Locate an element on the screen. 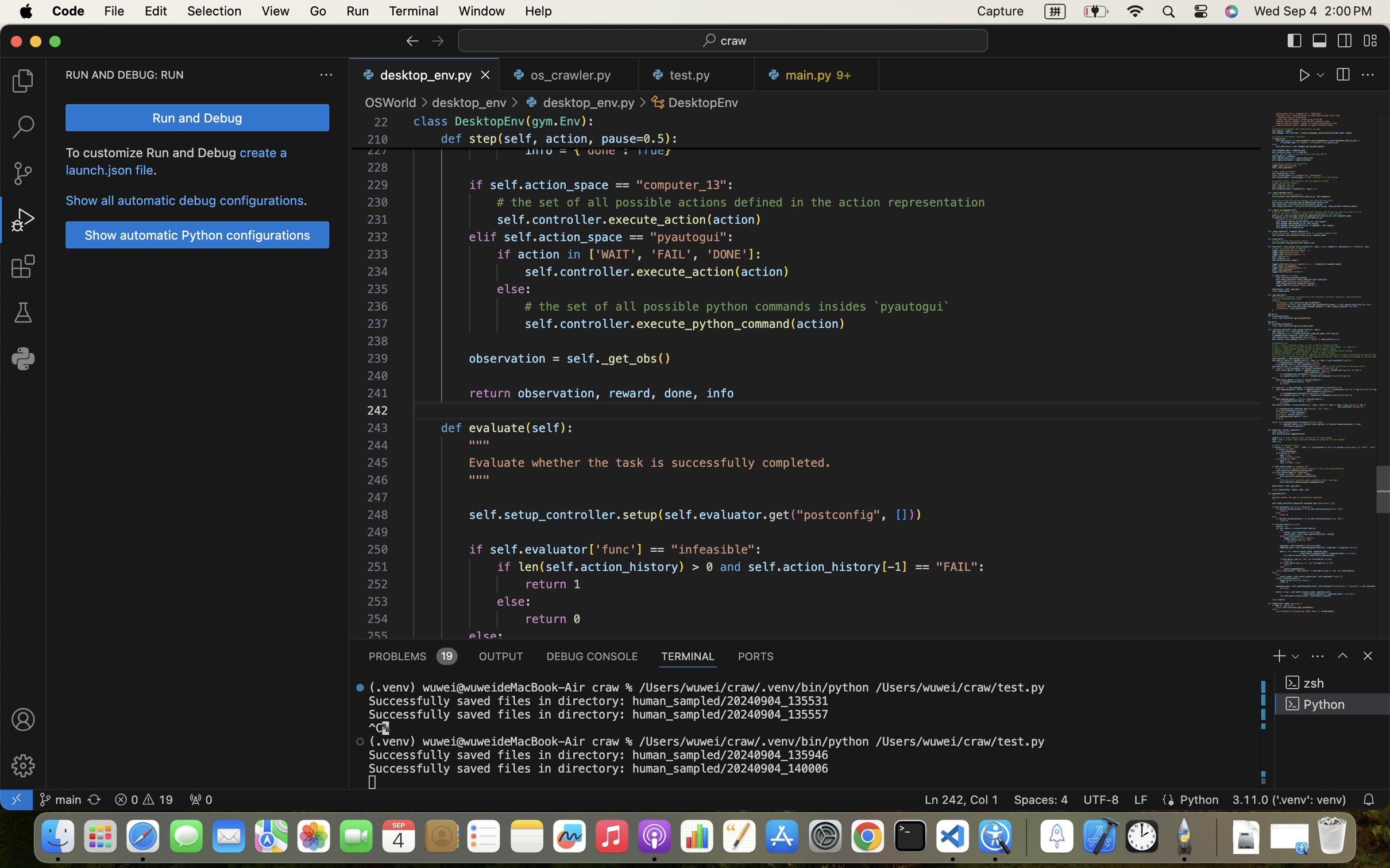  ' 0' is located at coordinates (200, 799).